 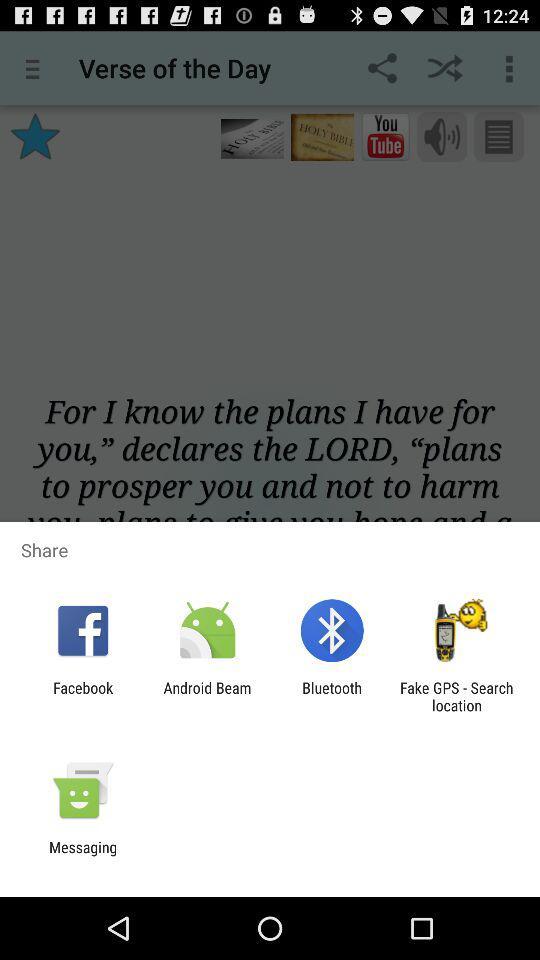 I want to click on the app next to the android beam app, so click(x=332, y=696).